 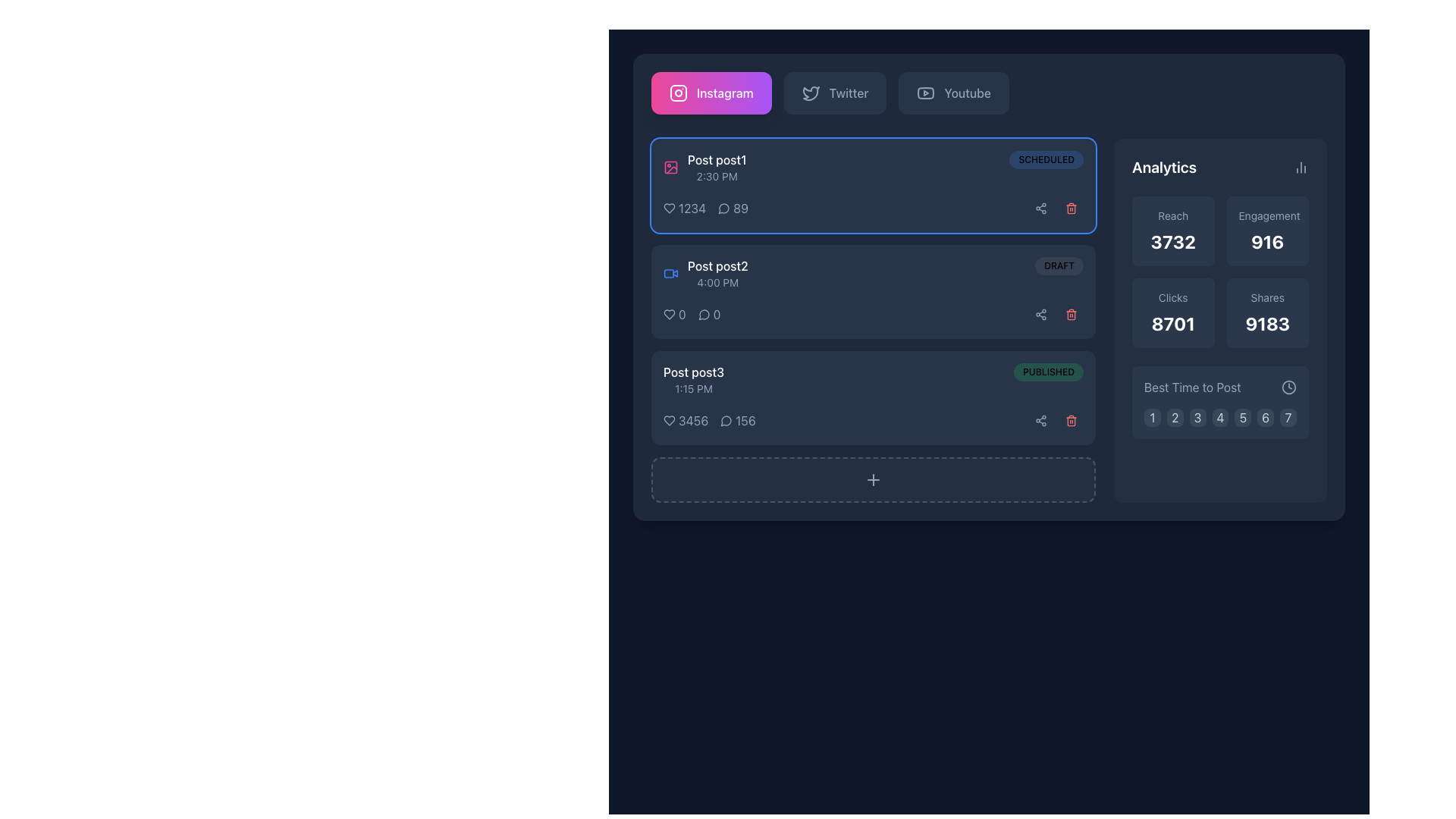 I want to click on the heart icon to like the post, which is the first icon in the icon-count row located under the first post entry, so click(x=669, y=421).